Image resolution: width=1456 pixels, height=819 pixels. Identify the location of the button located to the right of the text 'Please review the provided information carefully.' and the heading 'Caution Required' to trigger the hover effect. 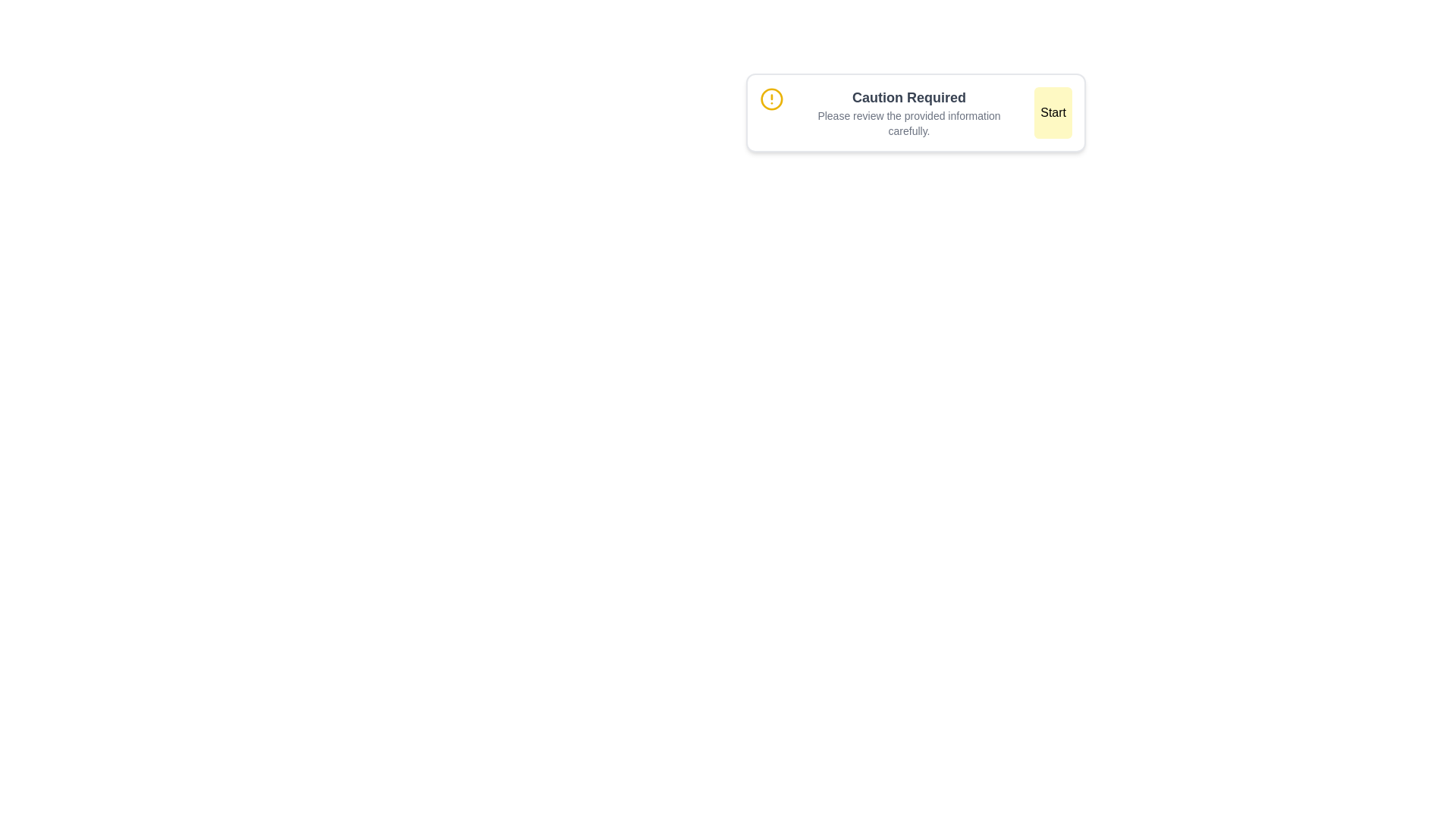
(1052, 112).